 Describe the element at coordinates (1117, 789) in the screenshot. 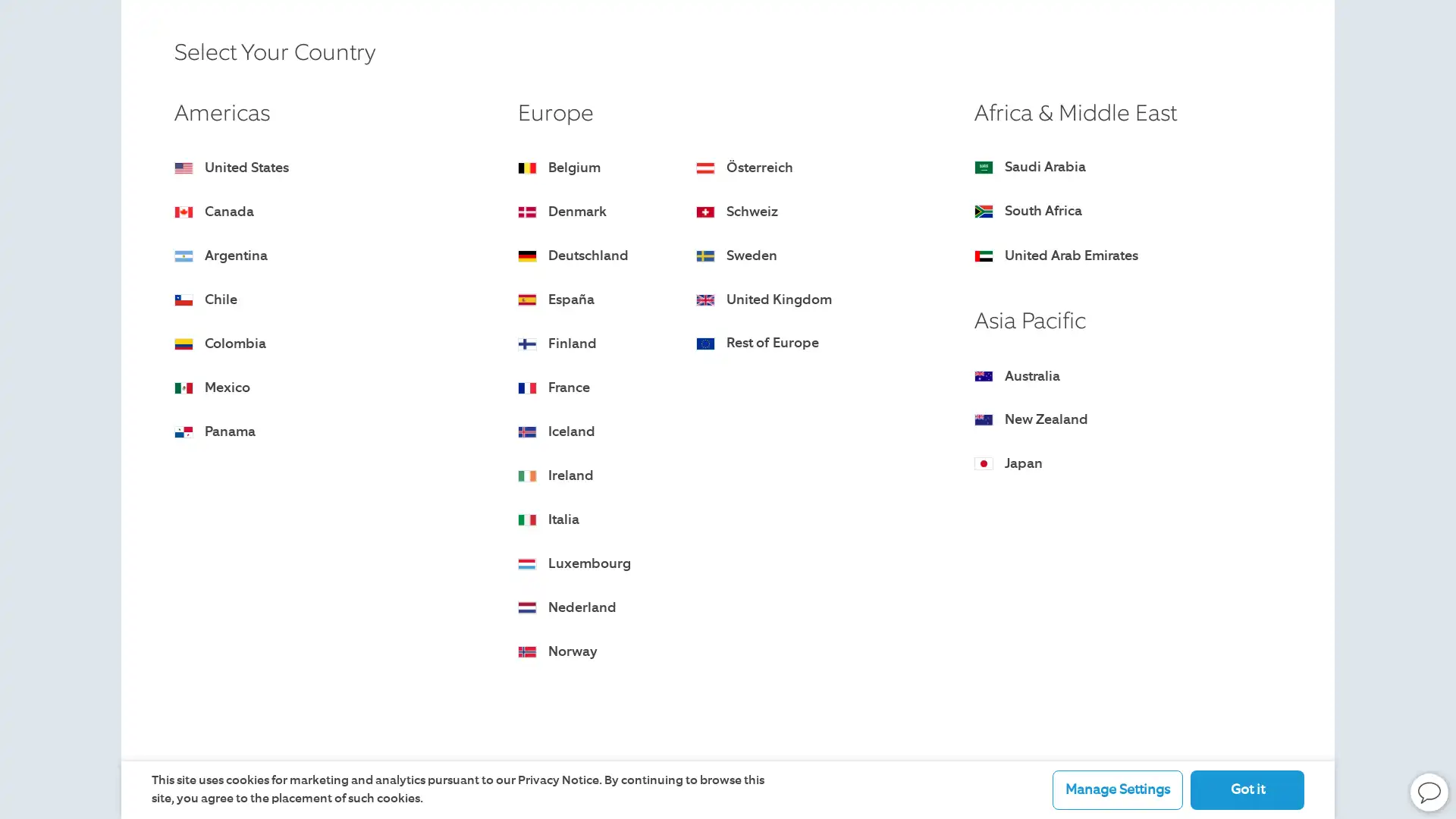

I see `Manage Settings` at that location.